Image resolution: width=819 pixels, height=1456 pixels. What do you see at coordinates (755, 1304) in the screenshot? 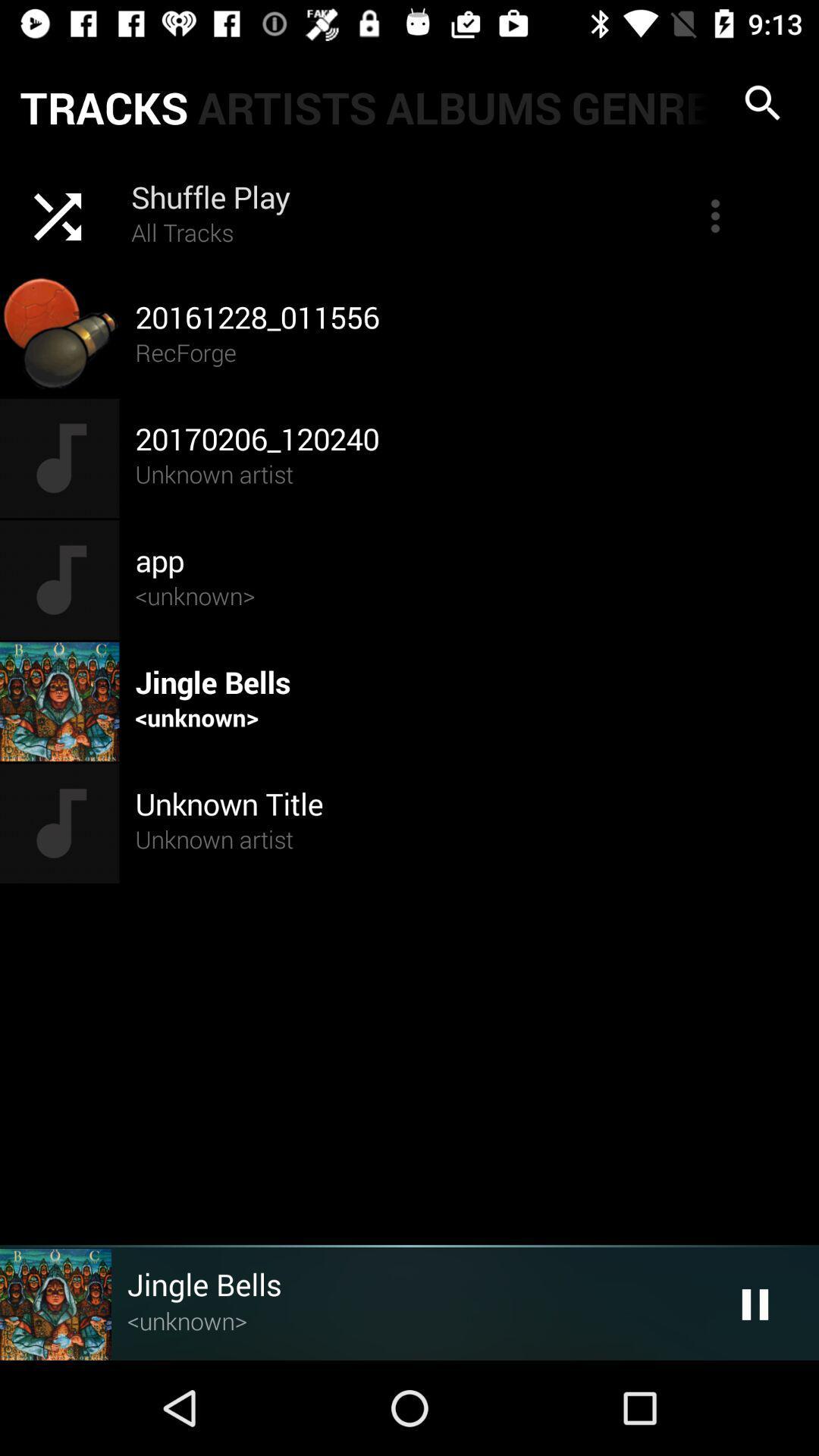
I see `play` at bounding box center [755, 1304].